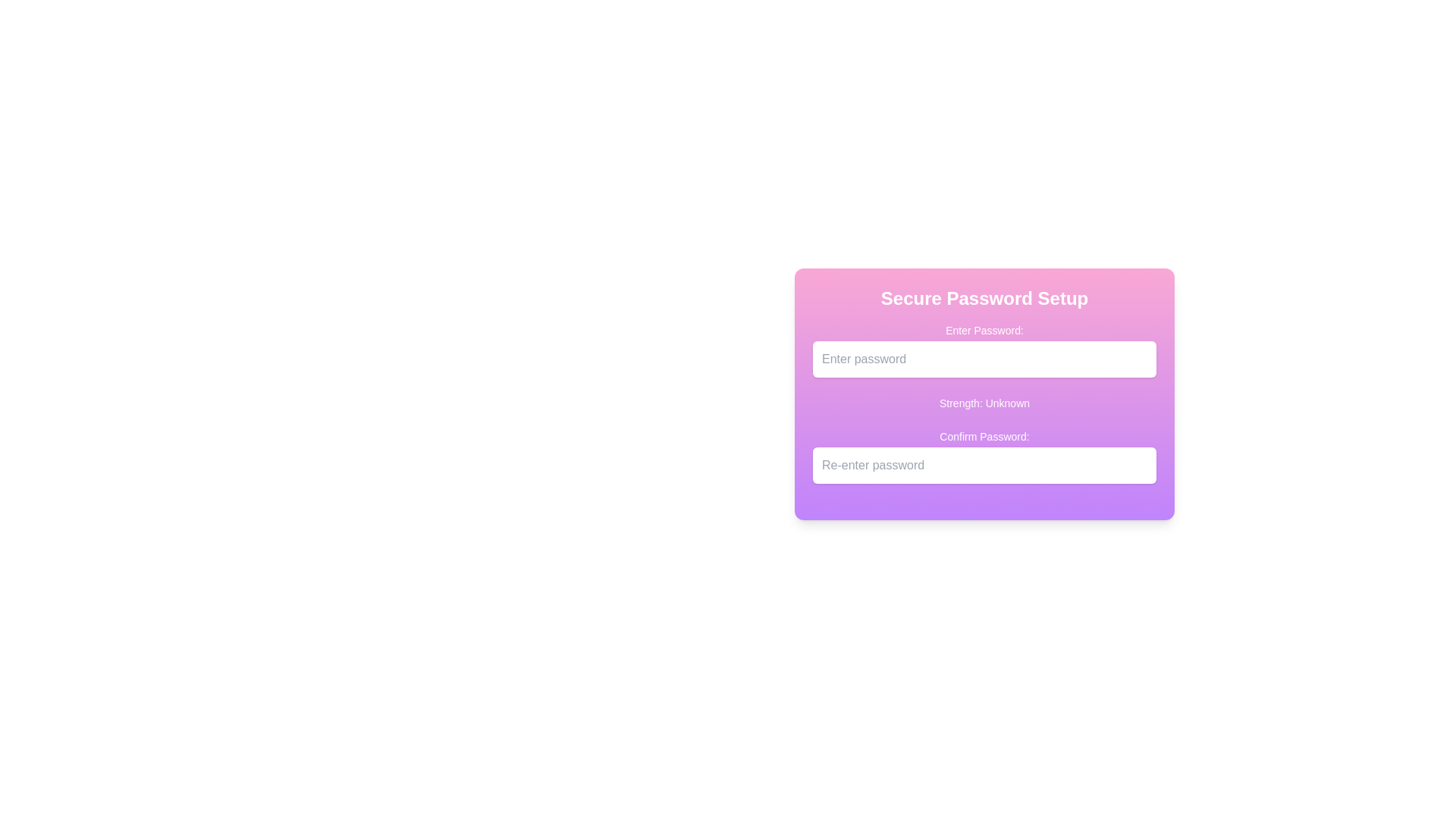  What do you see at coordinates (984, 403) in the screenshot?
I see `the label displaying 'Strength: Unknown', which is styled with a medium-sized font on a pink background, positioned below the 'Enter Password' input field and above the 'Confirm Password' label` at bounding box center [984, 403].